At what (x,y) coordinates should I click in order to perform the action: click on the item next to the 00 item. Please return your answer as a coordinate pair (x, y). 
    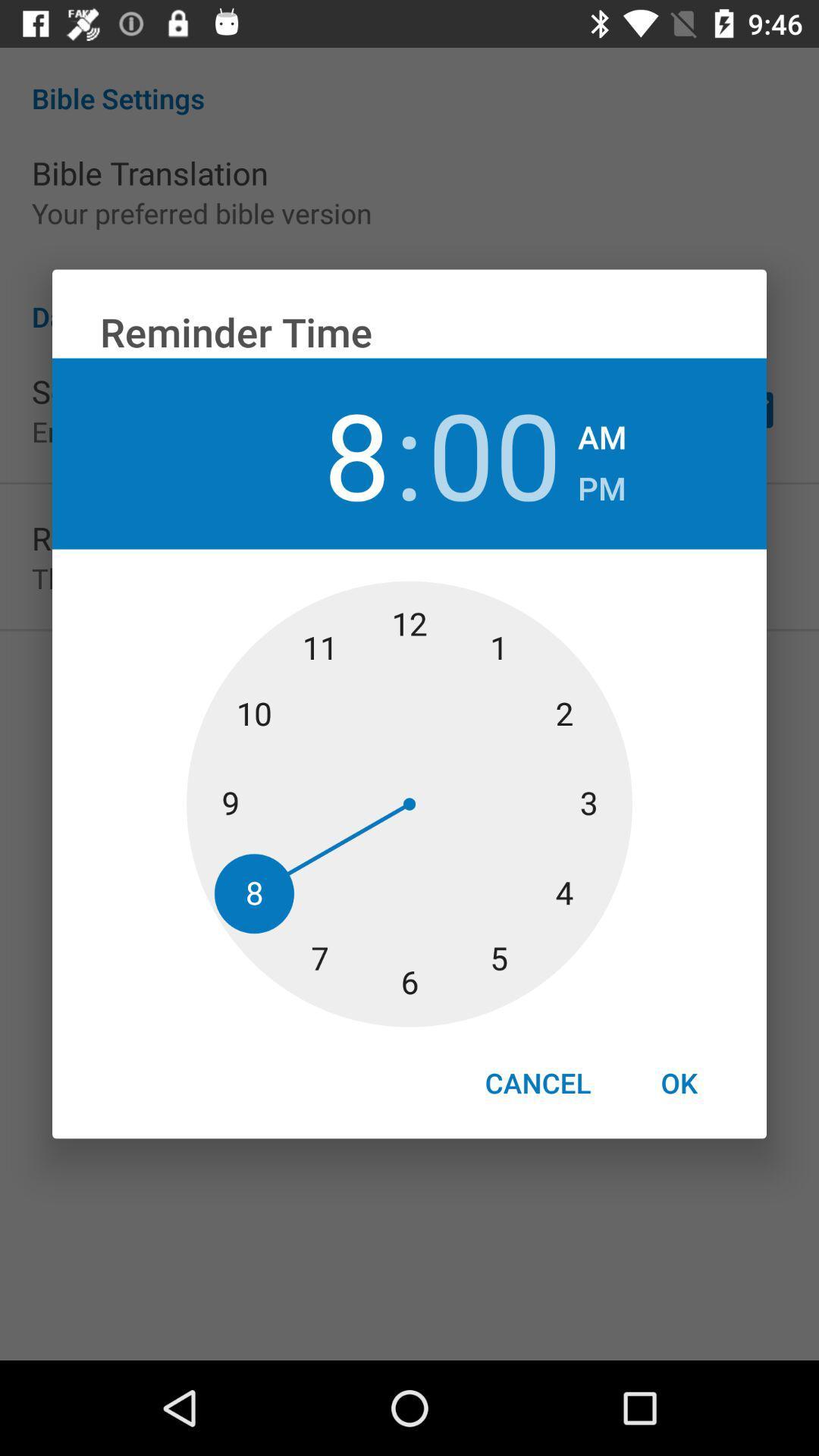
    Looking at the image, I should click on (601, 483).